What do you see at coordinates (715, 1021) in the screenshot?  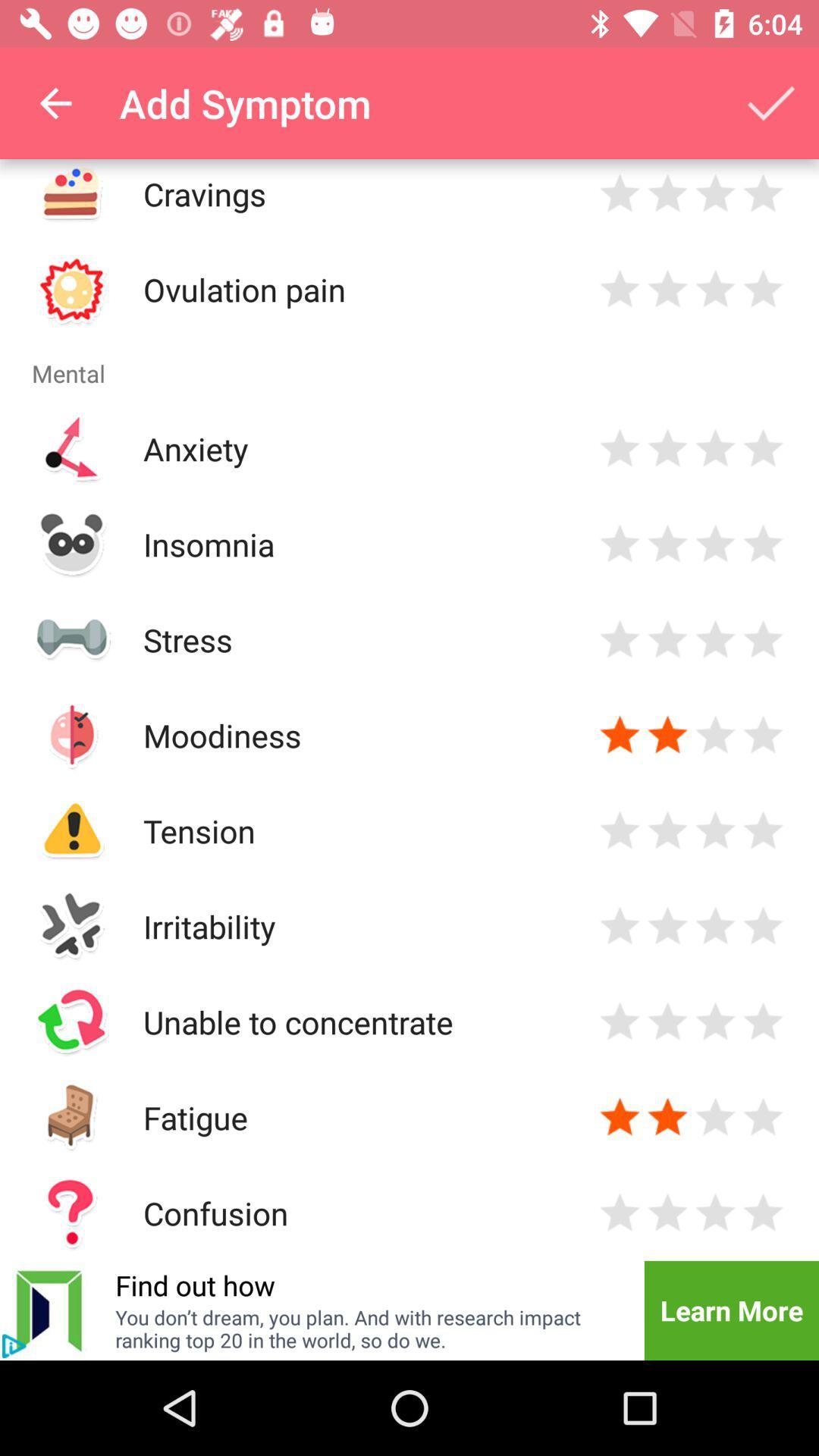 I see `rate three stars` at bounding box center [715, 1021].